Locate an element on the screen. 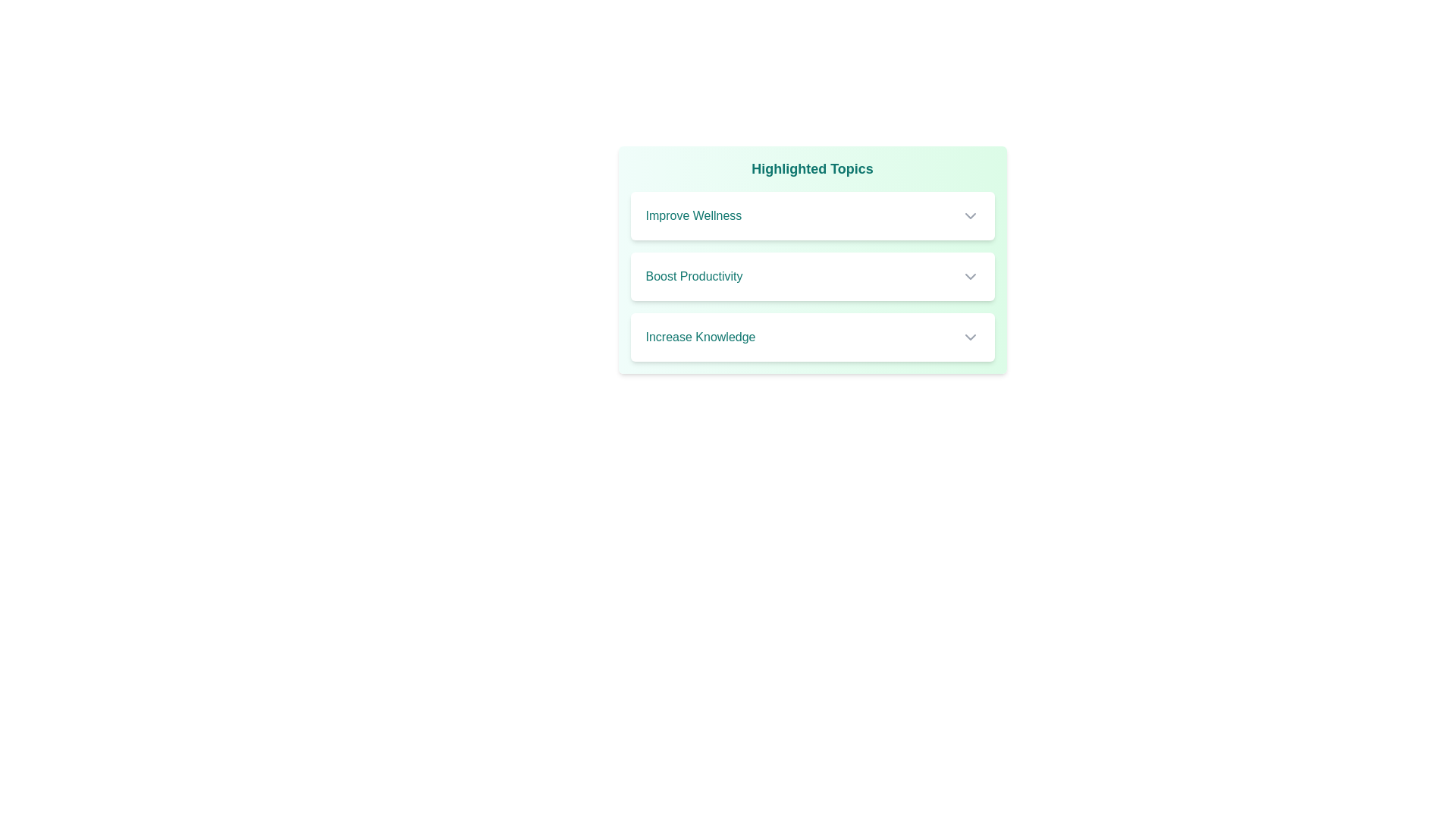  the dropdown menu labeled 'Improve Wellness' is located at coordinates (811, 216).